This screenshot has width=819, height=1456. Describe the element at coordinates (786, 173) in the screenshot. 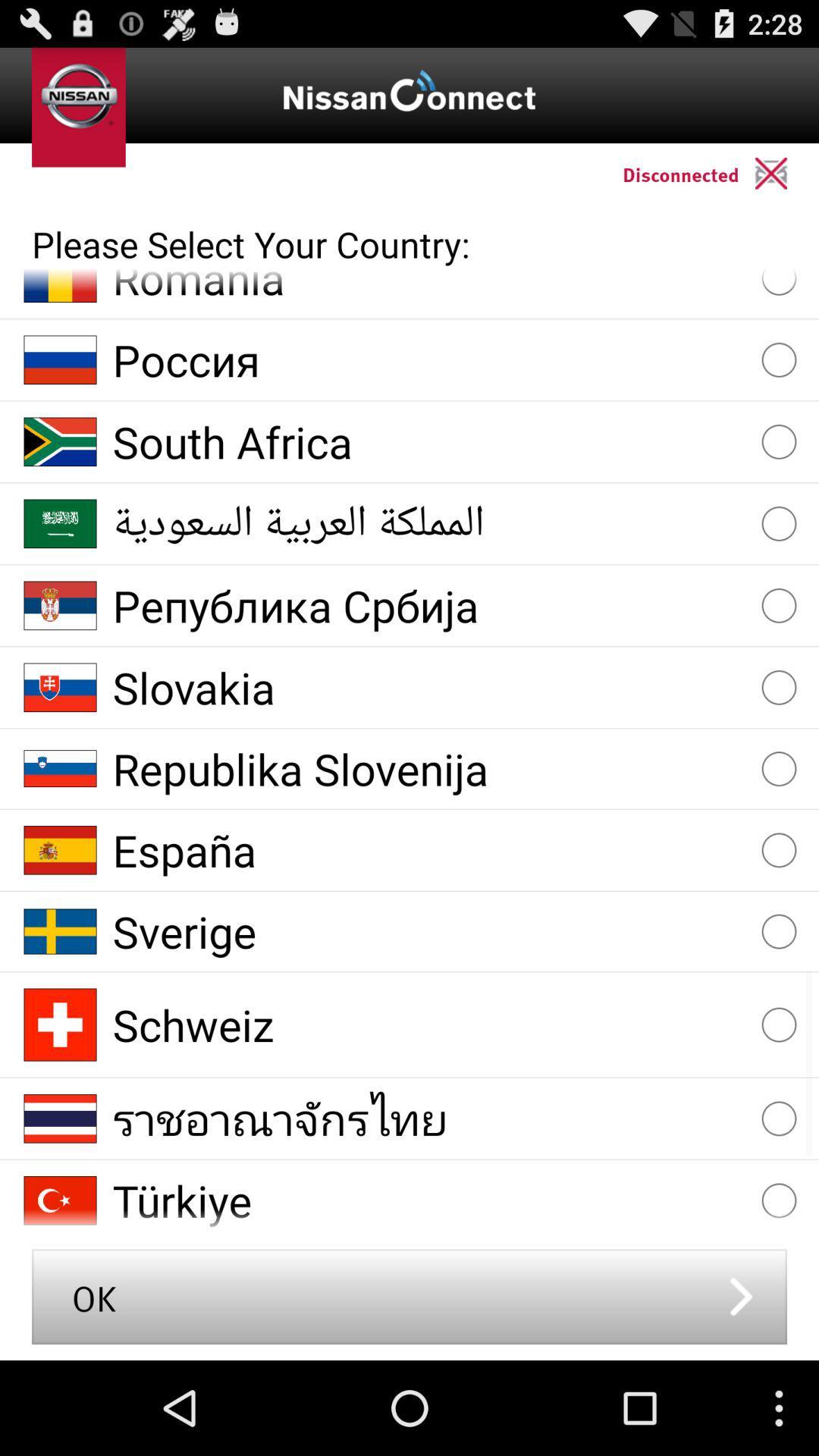

I see `connect to the car` at that location.